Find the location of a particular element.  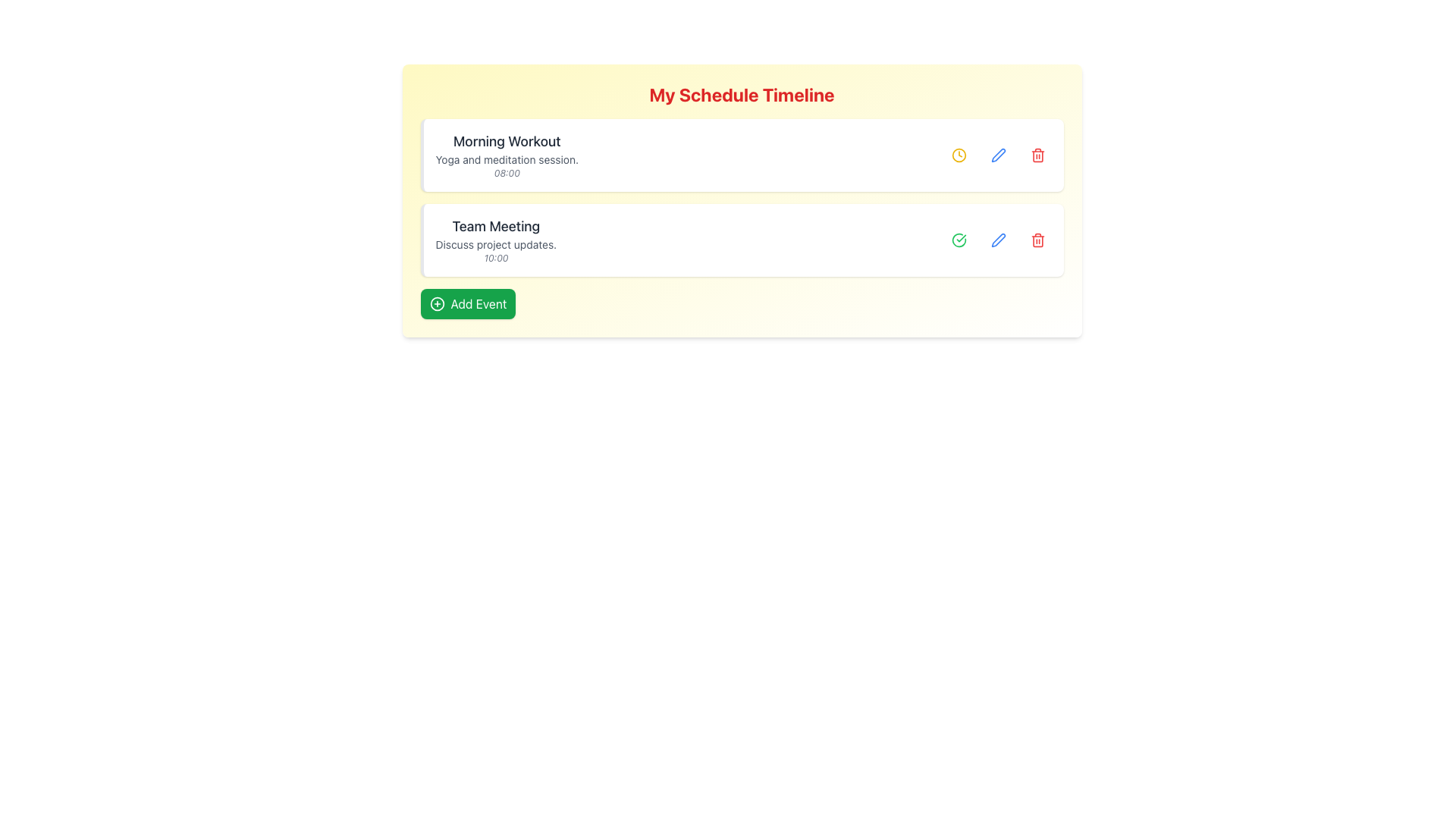

the 'Add Event' button is located at coordinates (467, 304).